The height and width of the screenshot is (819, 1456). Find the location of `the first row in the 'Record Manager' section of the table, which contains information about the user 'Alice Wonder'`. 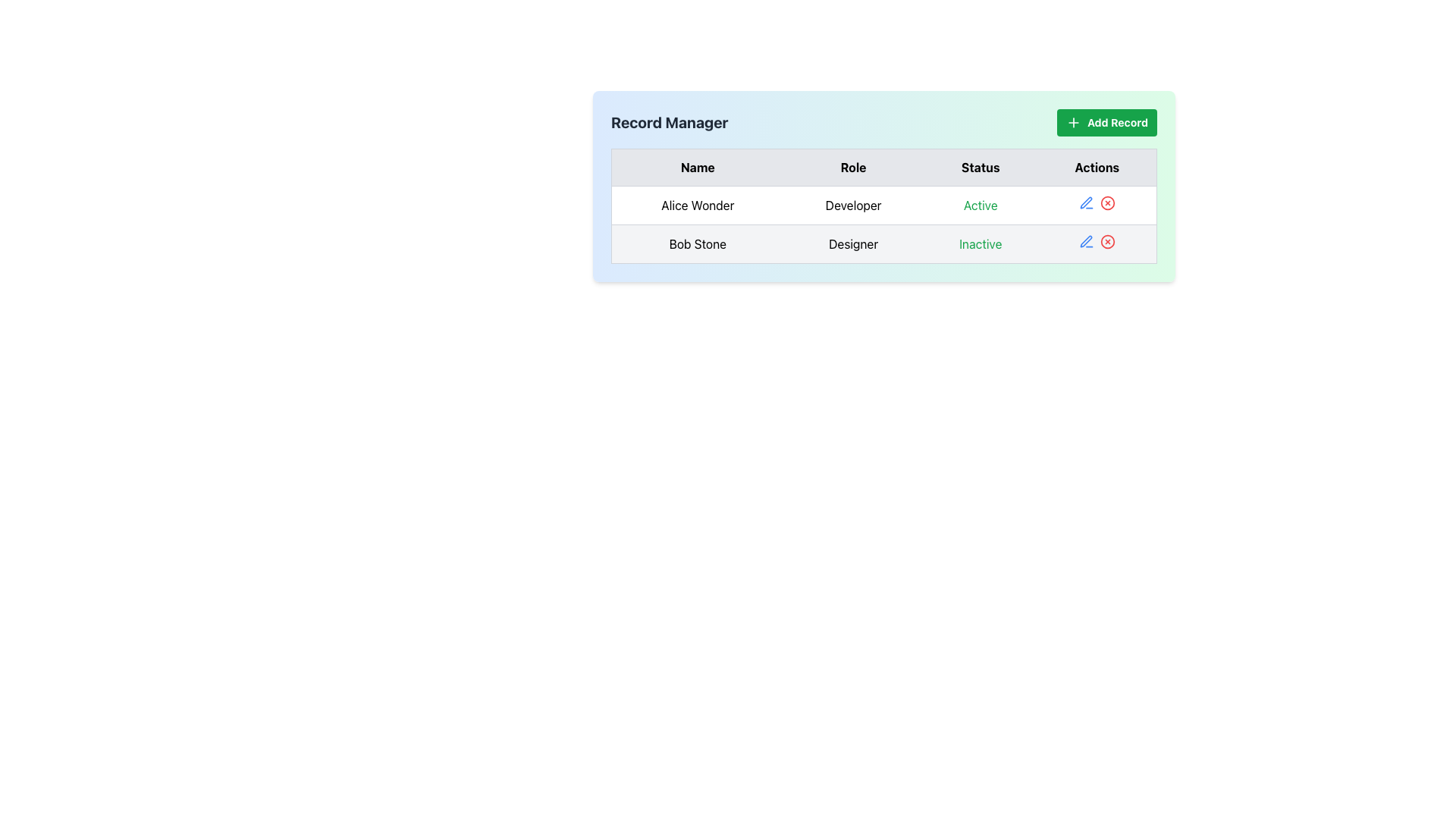

the first row in the 'Record Manager' section of the table, which contains information about the user 'Alice Wonder' is located at coordinates (884, 205).